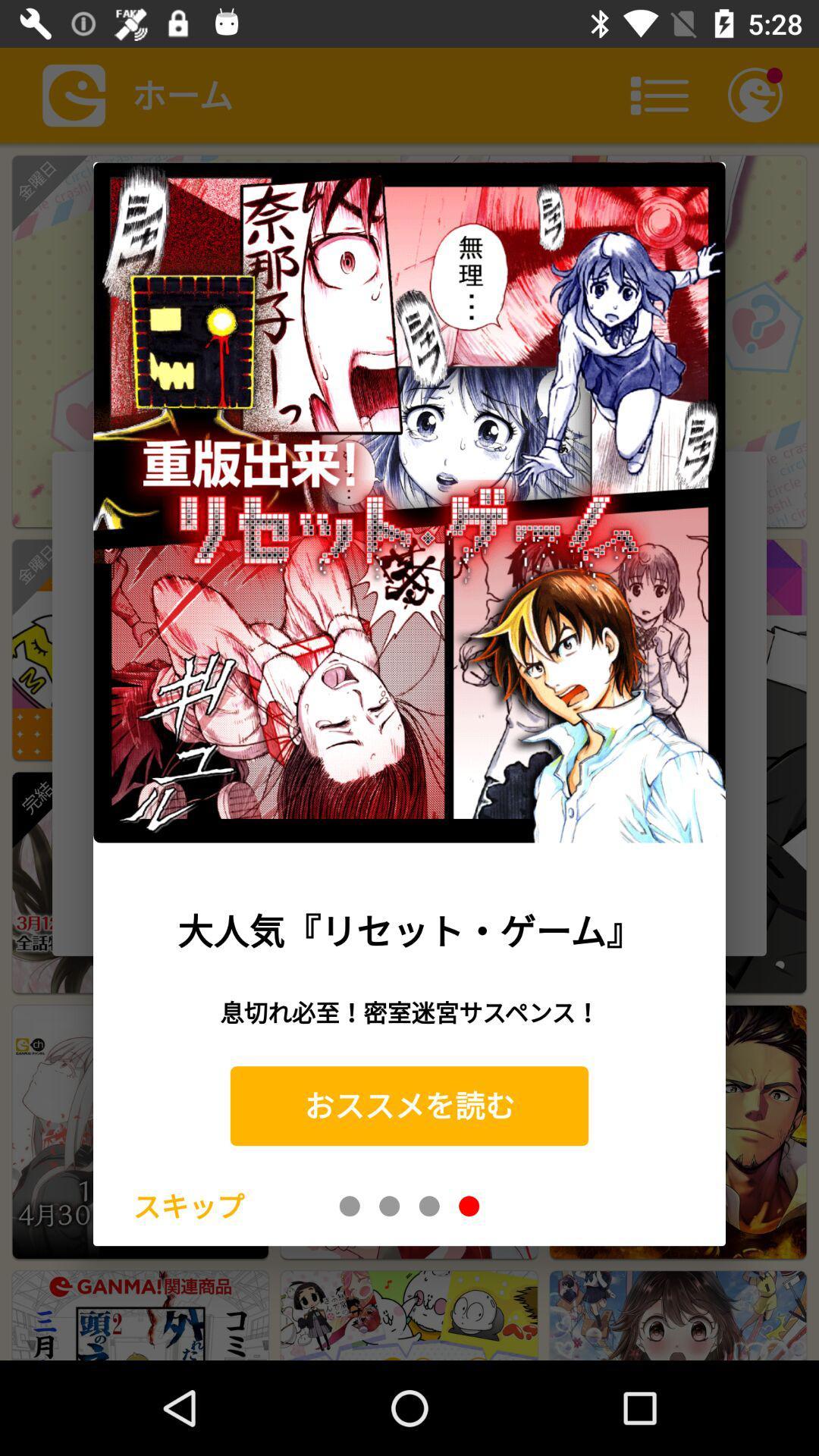  I want to click on screen 1, so click(350, 1205).